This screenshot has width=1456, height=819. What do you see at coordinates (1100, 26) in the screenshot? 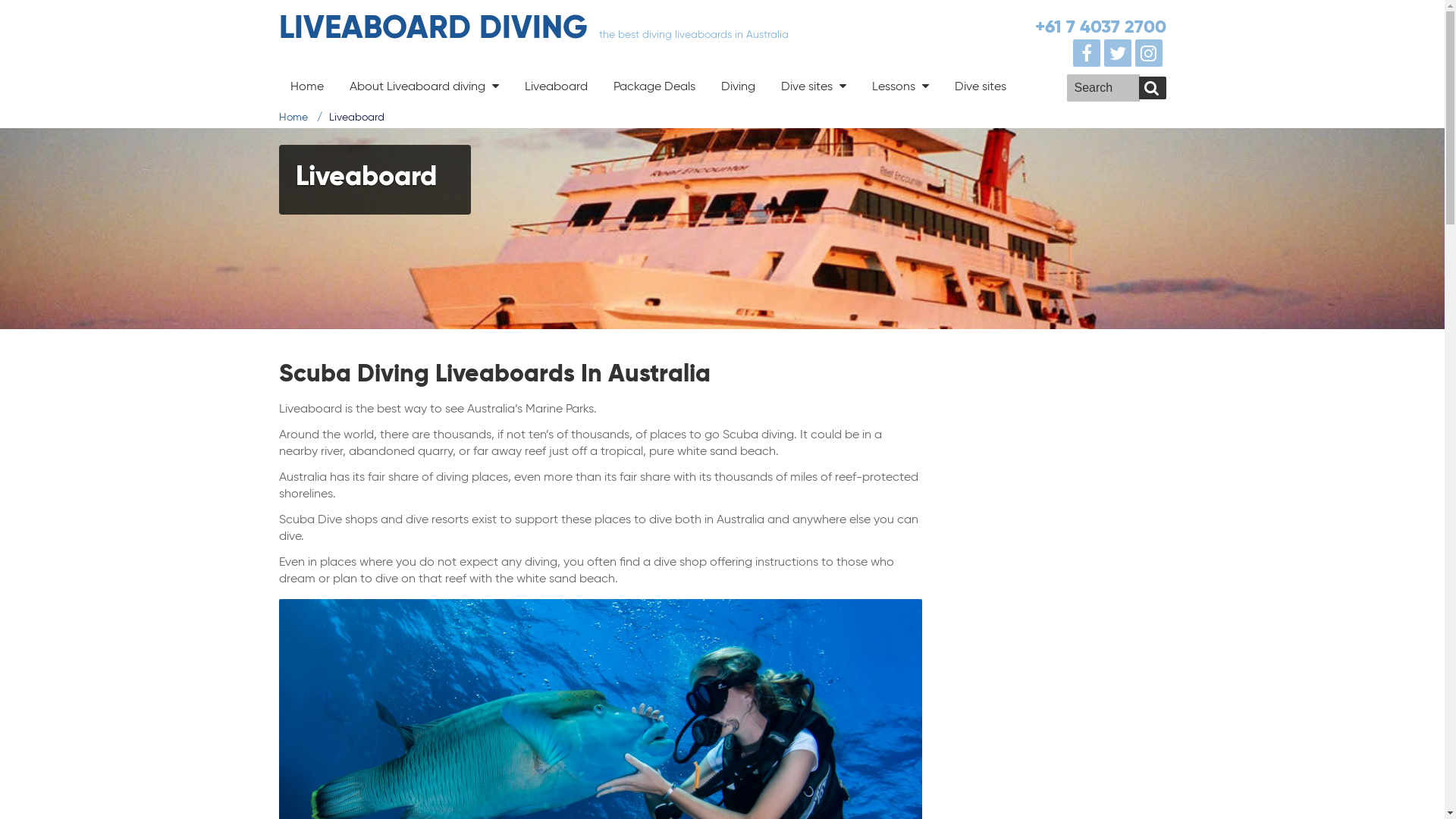
I see `'+61 7 4037 2700'` at bounding box center [1100, 26].